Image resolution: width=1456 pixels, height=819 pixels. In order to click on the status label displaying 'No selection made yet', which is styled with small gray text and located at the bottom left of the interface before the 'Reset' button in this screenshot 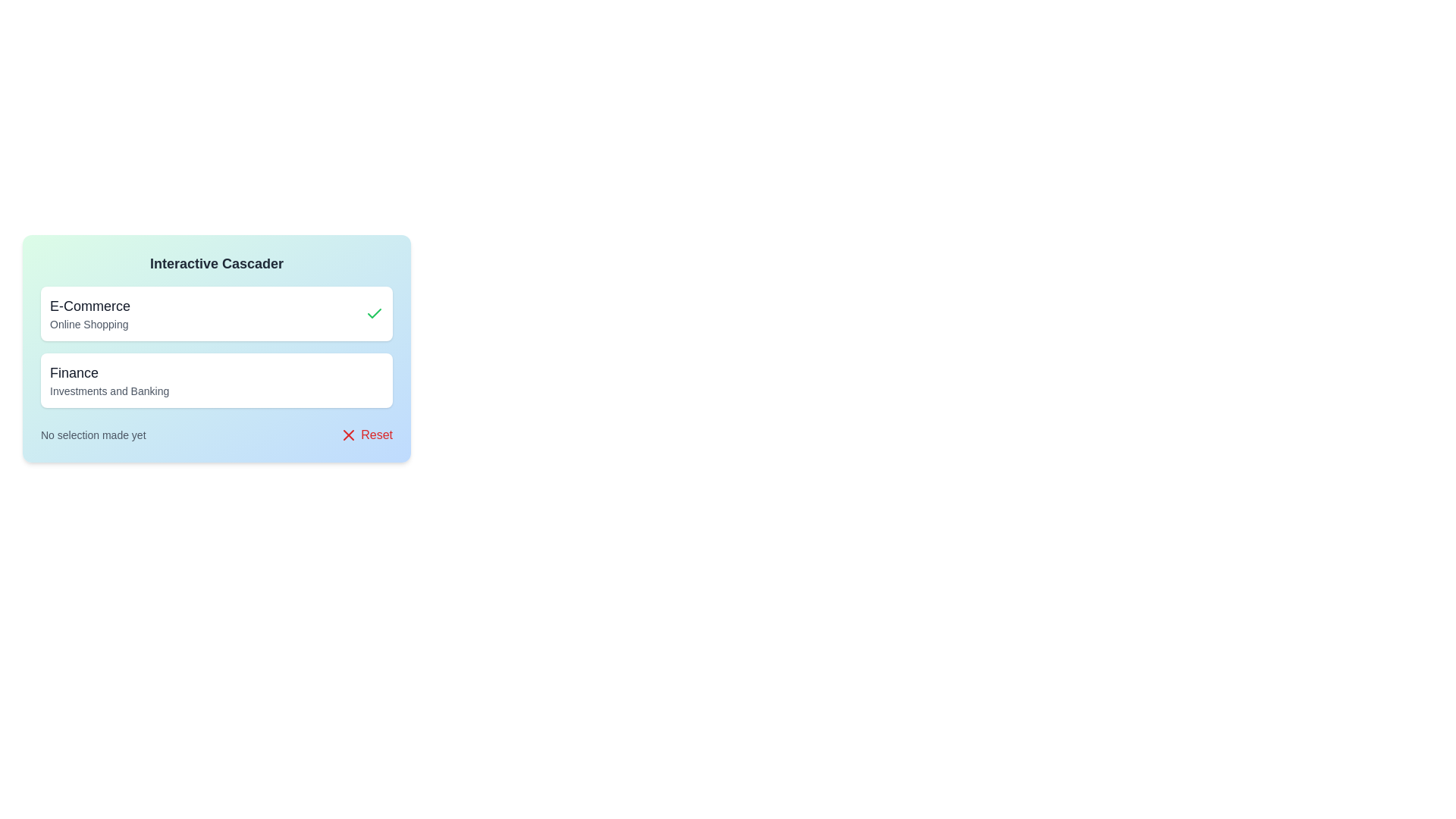, I will do `click(93, 435)`.